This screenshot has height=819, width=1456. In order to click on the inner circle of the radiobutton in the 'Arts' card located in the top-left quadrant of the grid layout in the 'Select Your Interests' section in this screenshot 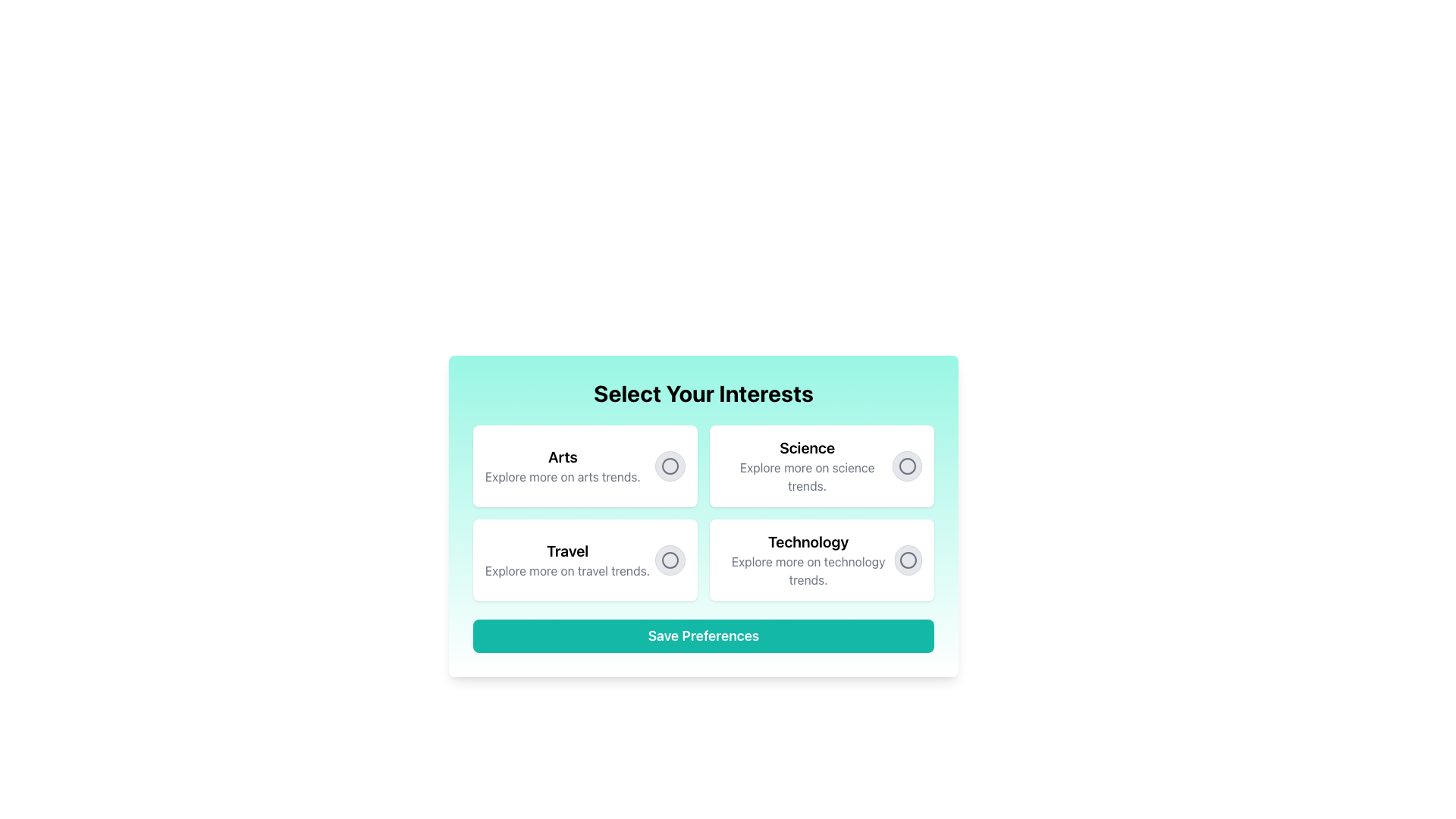, I will do `click(669, 465)`.